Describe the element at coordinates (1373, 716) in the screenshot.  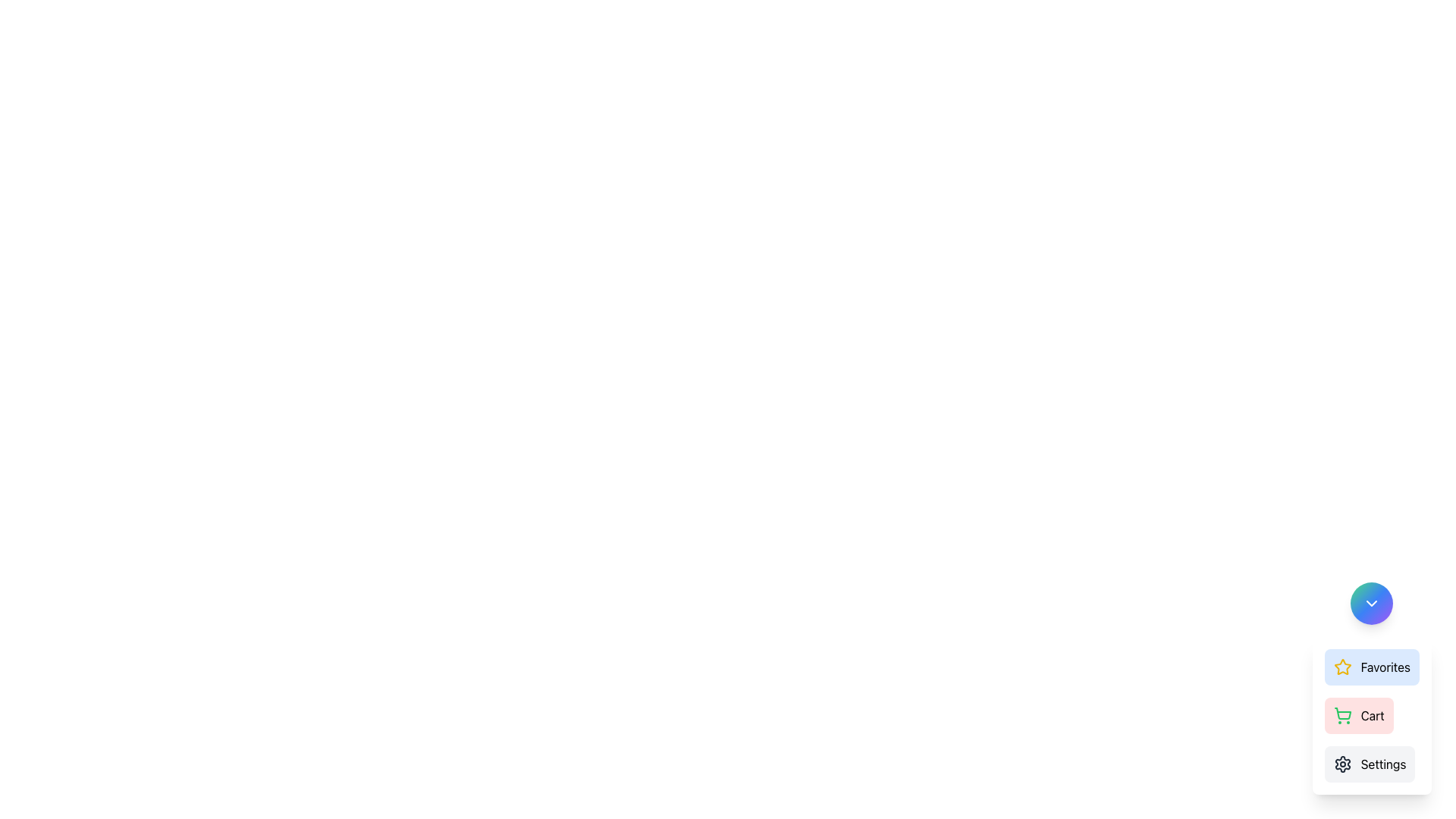
I see `the 'Cart' text label element, which is part of a menu adjacent to a shopping cart icon` at that location.